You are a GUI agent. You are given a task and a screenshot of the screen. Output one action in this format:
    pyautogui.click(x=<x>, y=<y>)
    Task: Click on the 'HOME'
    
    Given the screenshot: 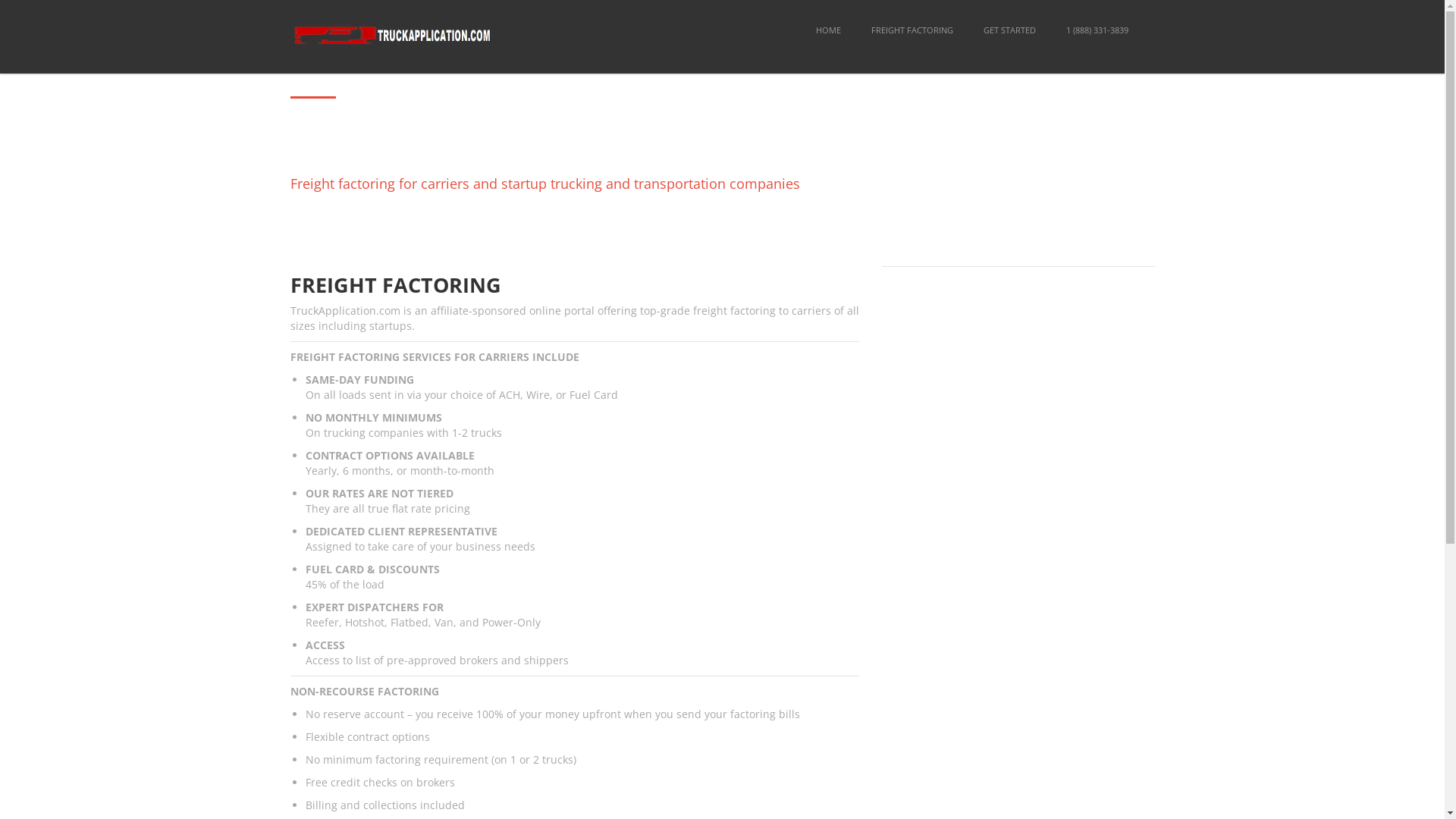 What is the action you would take?
    pyautogui.click(x=920, y=31)
    